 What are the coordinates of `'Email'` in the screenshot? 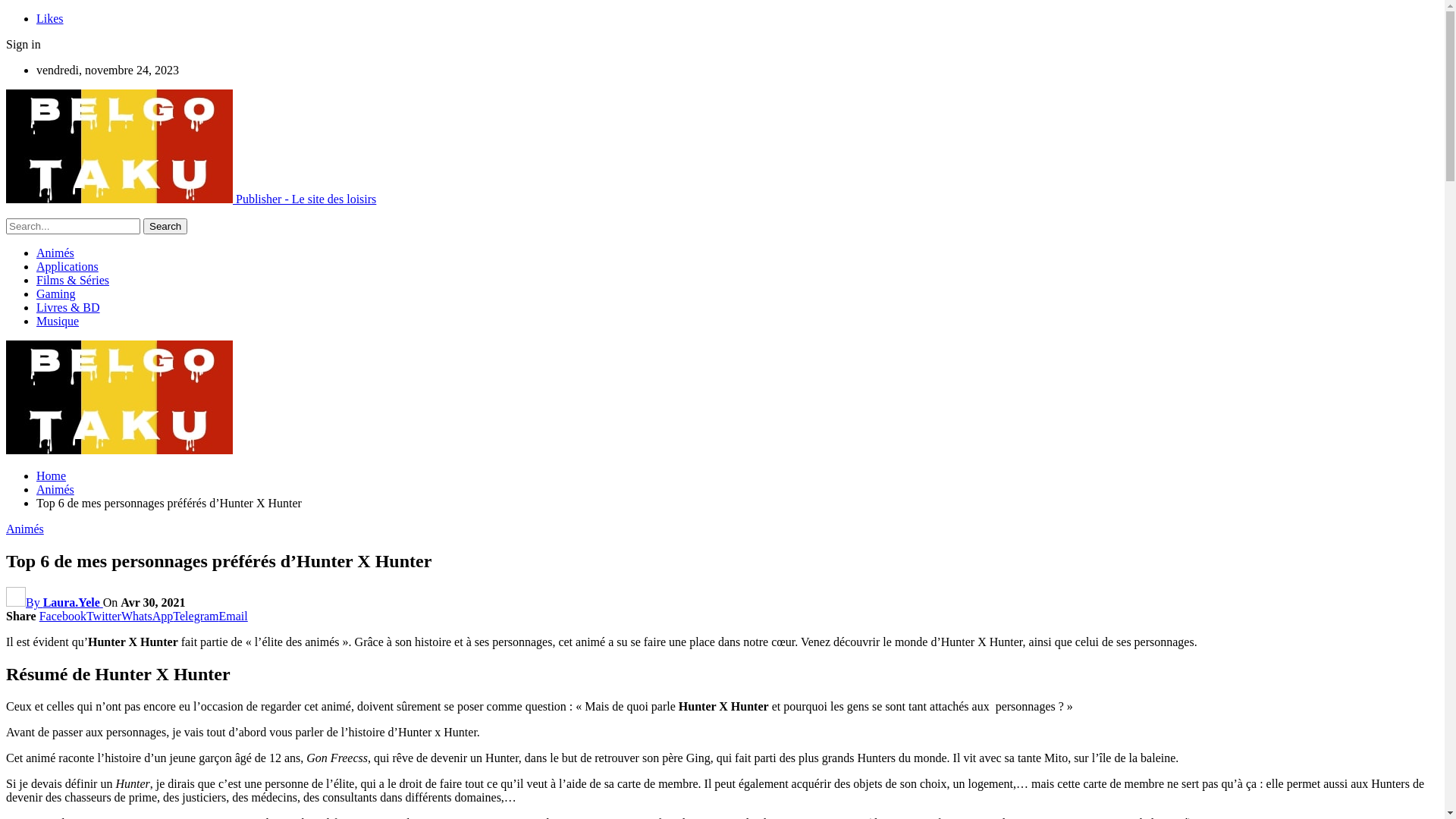 It's located at (232, 616).